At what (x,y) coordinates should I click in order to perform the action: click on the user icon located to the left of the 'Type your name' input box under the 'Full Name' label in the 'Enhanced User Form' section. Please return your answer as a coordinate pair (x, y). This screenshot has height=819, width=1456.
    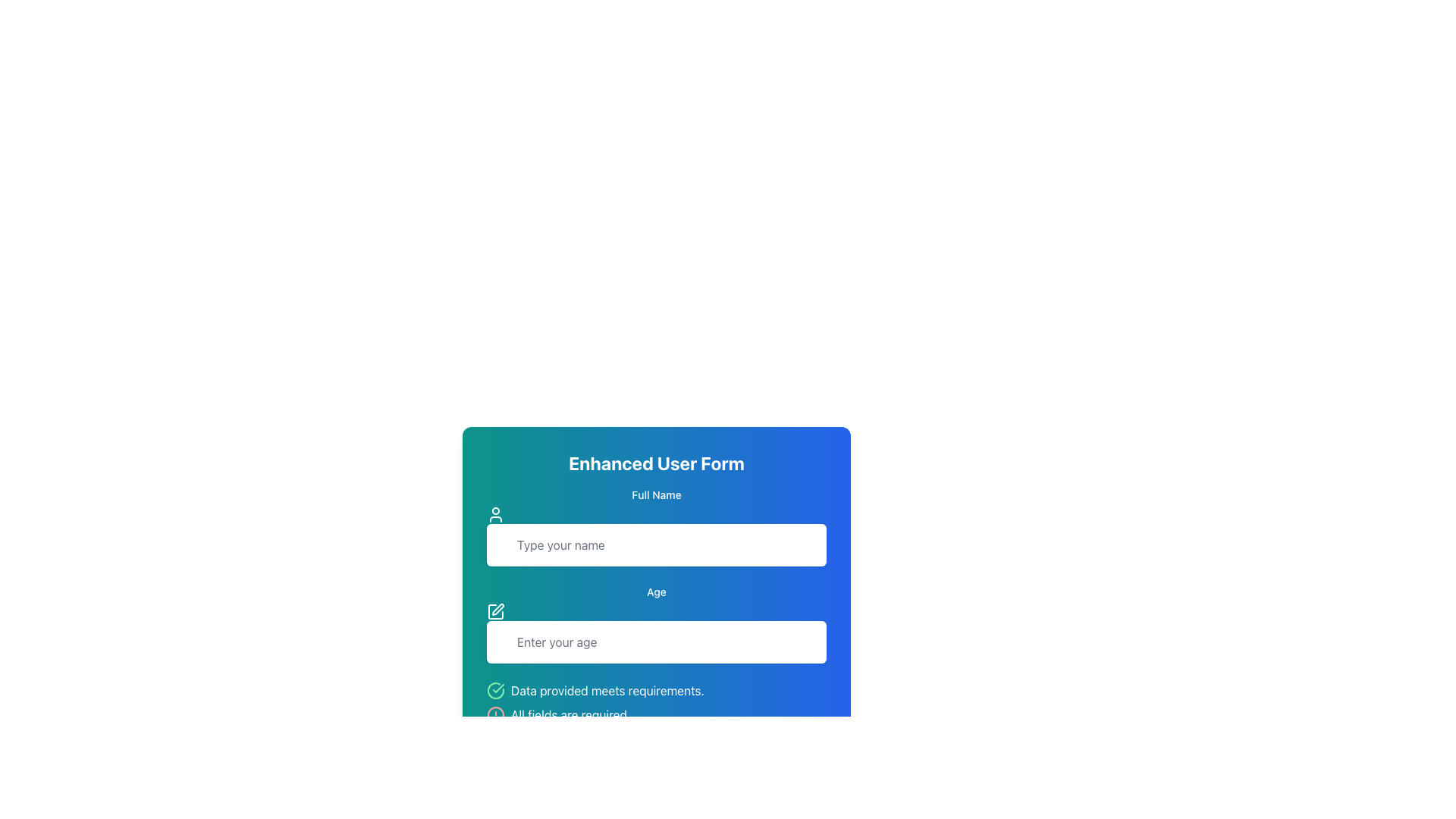
    Looking at the image, I should click on (495, 513).